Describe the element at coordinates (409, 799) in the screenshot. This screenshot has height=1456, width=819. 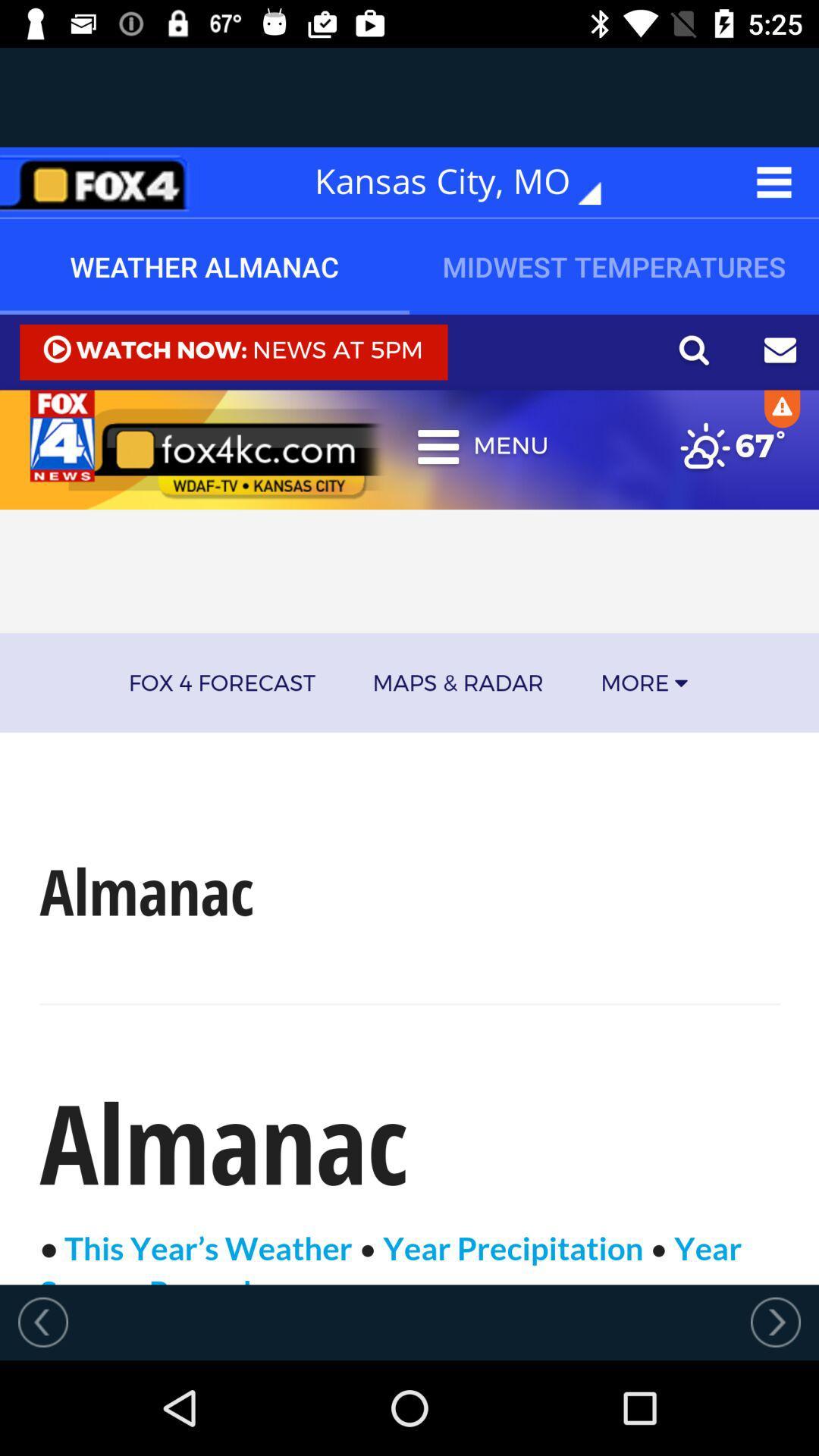
I see `fox4kc.com screen` at that location.